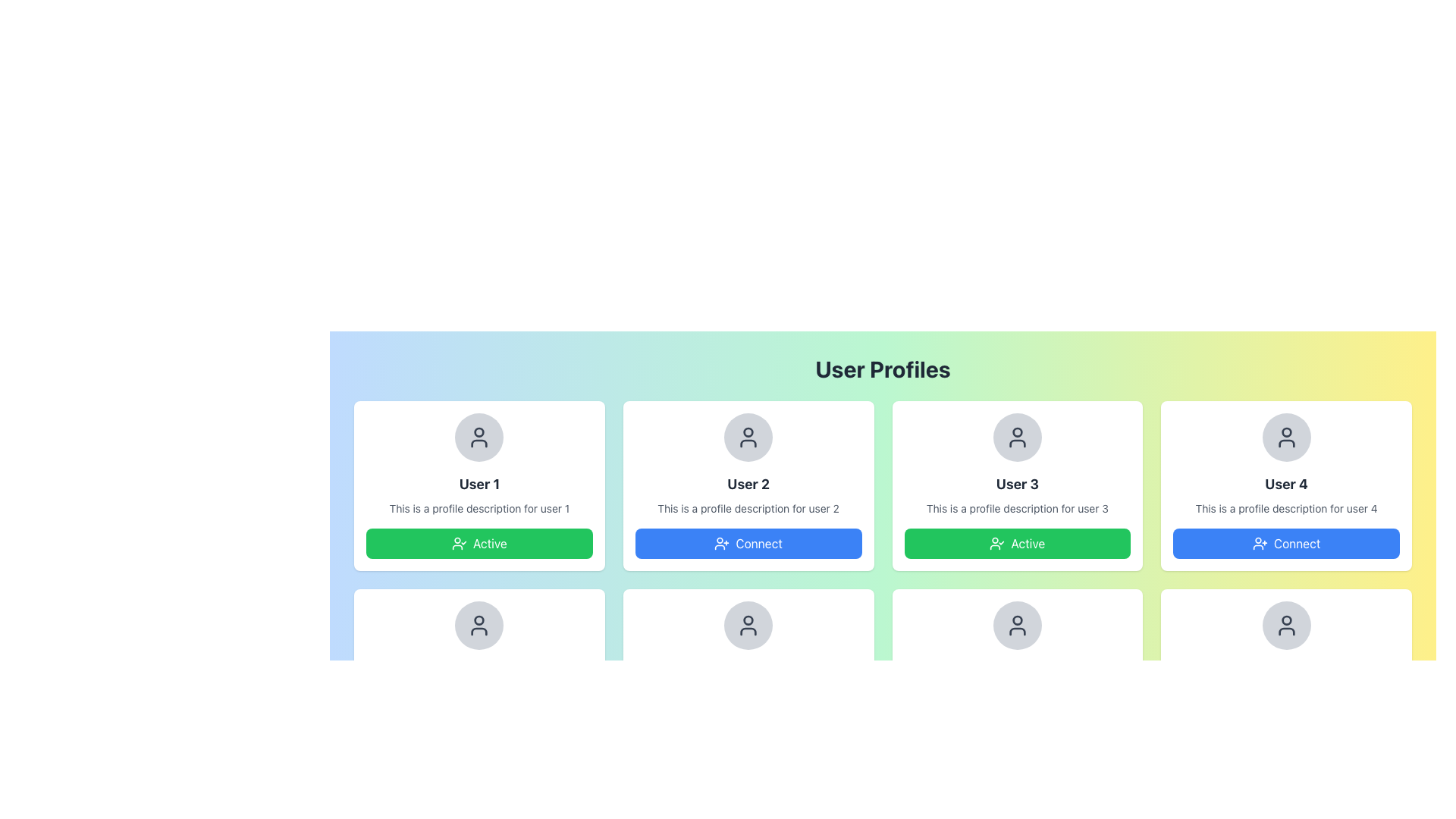 This screenshot has height=819, width=1456. What do you see at coordinates (748, 626) in the screenshot?
I see `the profile picture icon for 'User 6', located near the top center of the card in the grid layout` at bounding box center [748, 626].